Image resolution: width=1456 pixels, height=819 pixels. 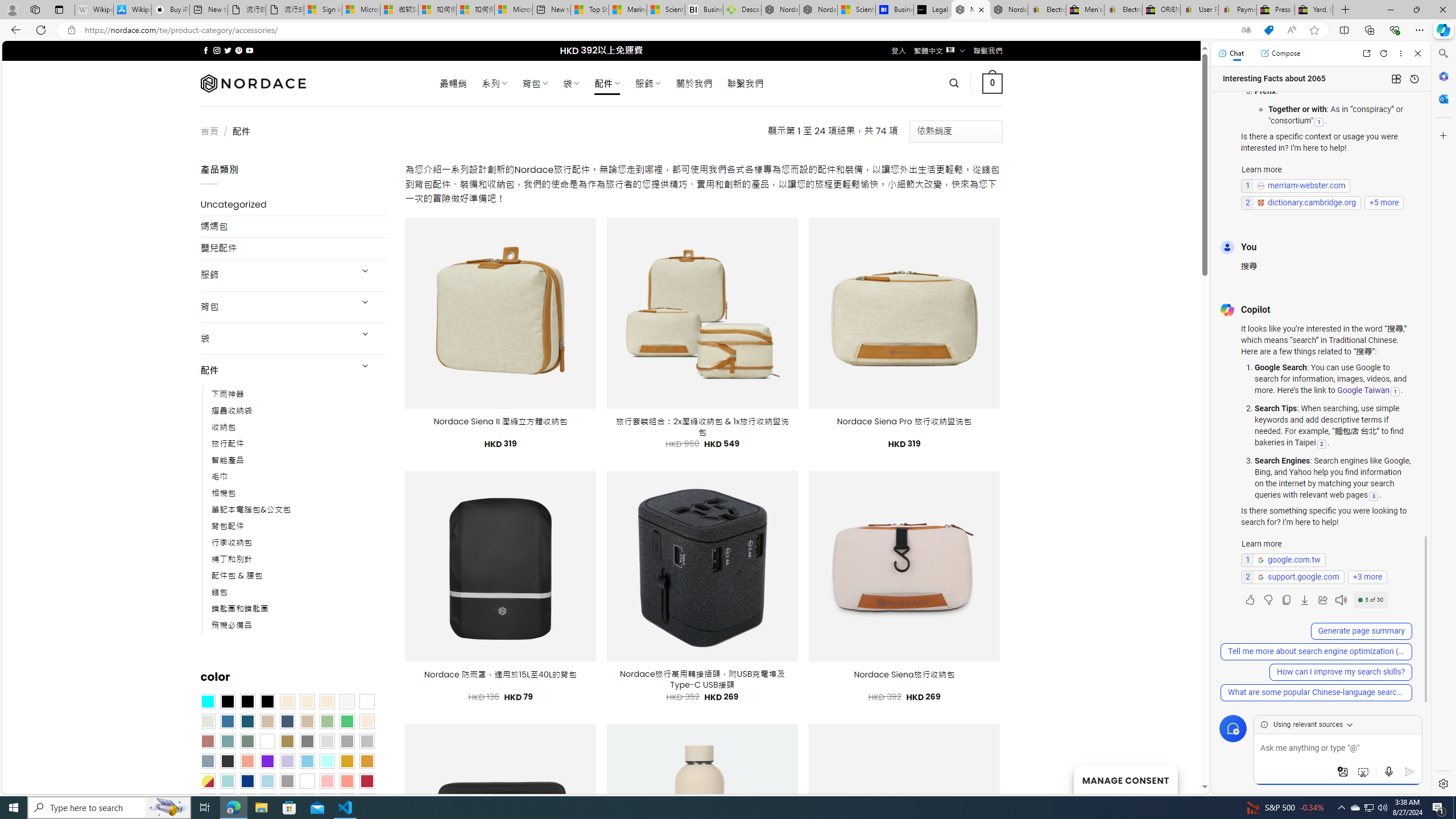 What do you see at coordinates (1442, 98) in the screenshot?
I see `'Outlook'` at bounding box center [1442, 98].